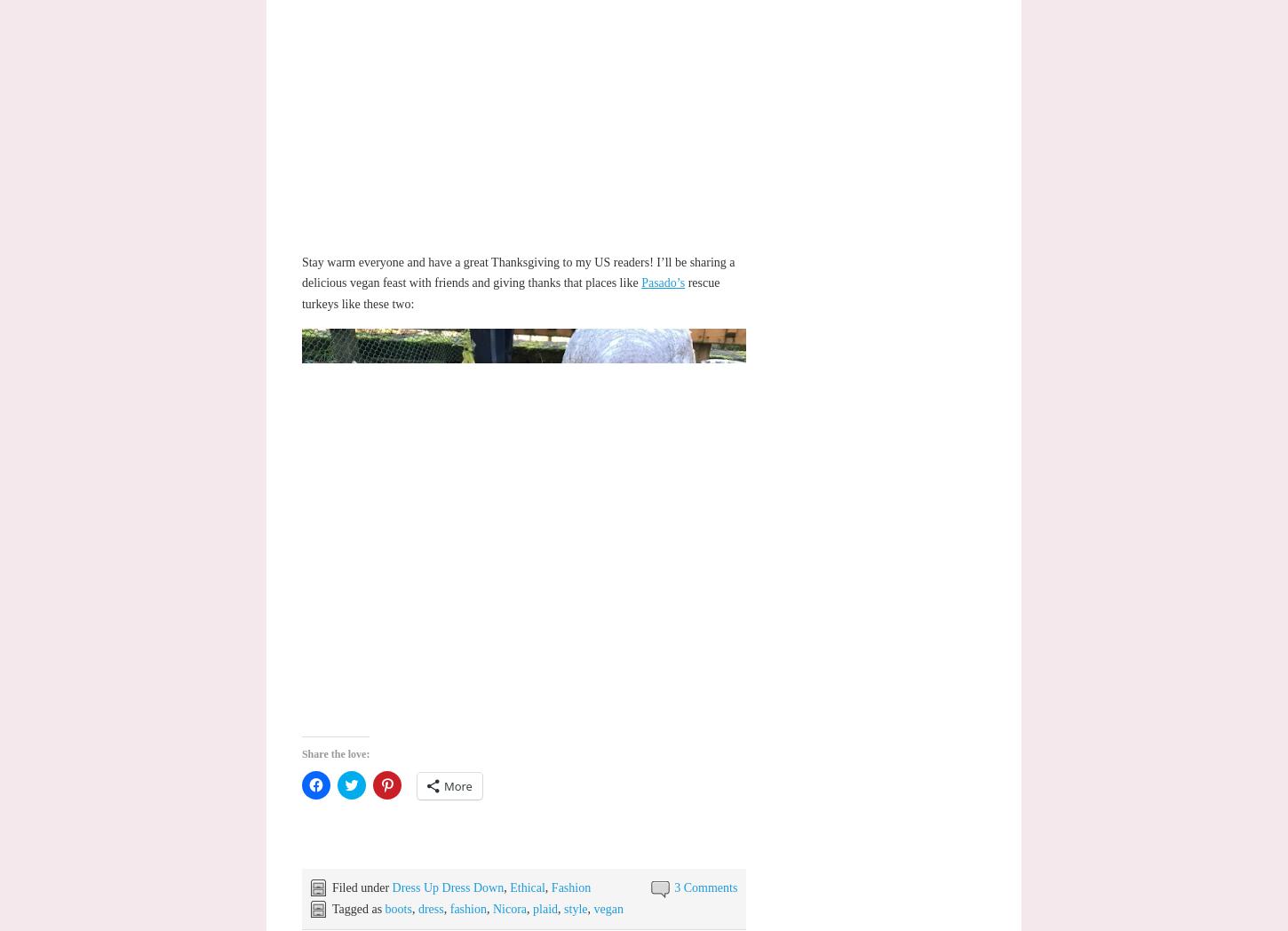 This screenshot has height=931, width=1288. What do you see at coordinates (607, 909) in the screenshot?
I see `'vegan'` at bounding box center [607, 909].